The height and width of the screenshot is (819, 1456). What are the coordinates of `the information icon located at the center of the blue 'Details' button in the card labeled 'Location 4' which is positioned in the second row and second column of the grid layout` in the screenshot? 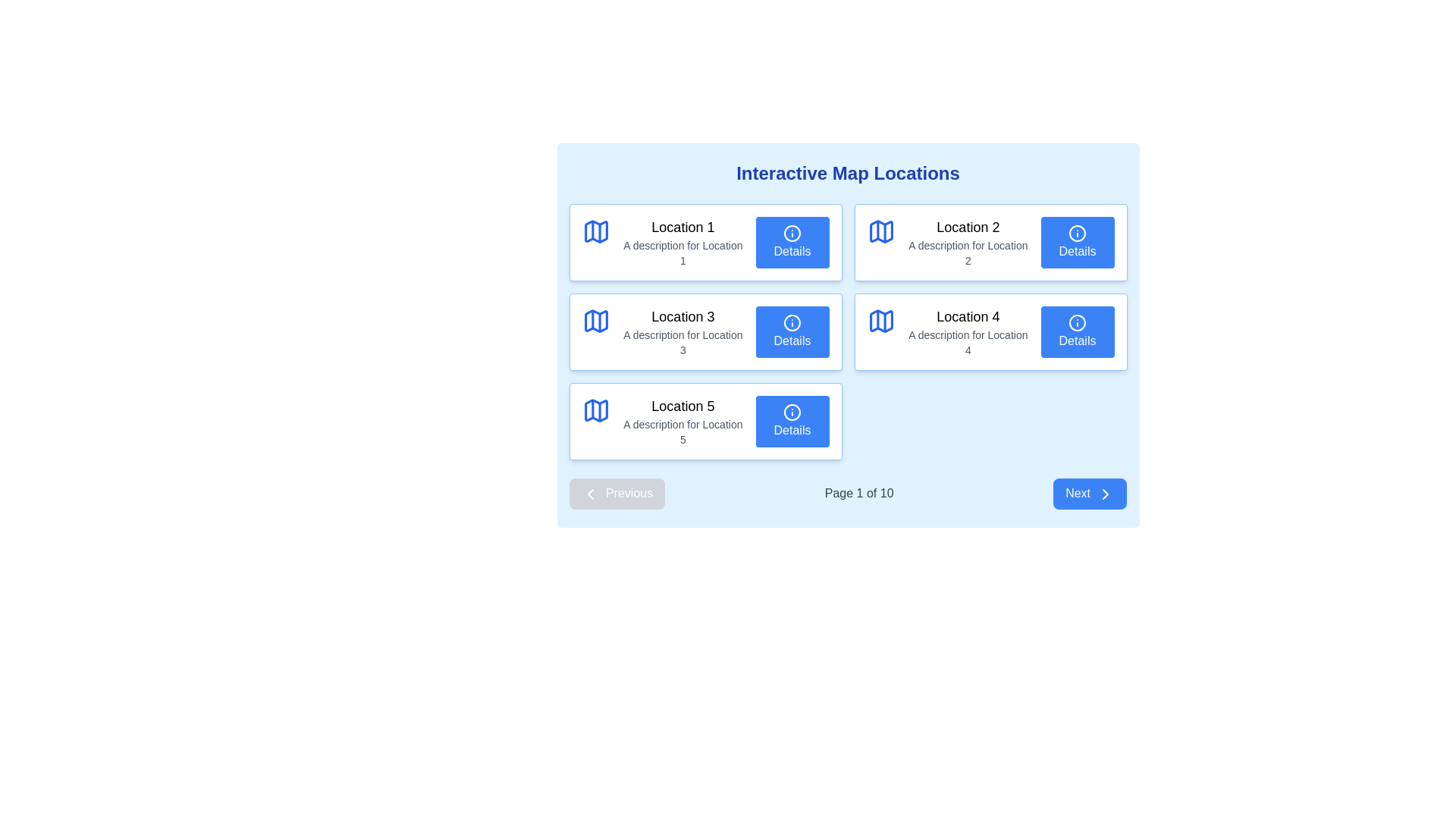 It's located at (1076, 322).